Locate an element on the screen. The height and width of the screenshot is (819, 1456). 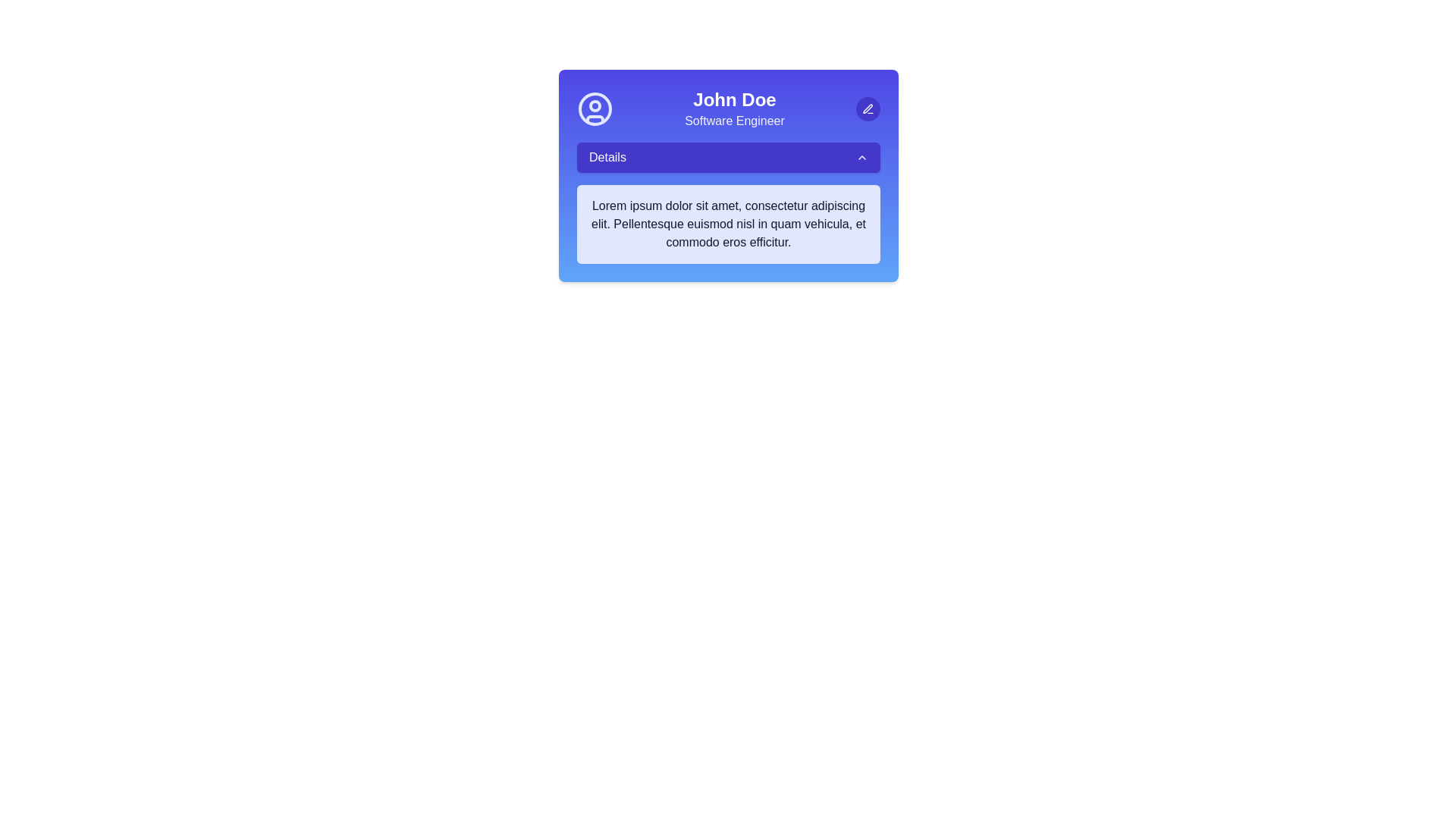
the text label that displays the user's name and job title, positioned to the right of the user icon and to the left of the edit button is located at coordinates (735, 108).